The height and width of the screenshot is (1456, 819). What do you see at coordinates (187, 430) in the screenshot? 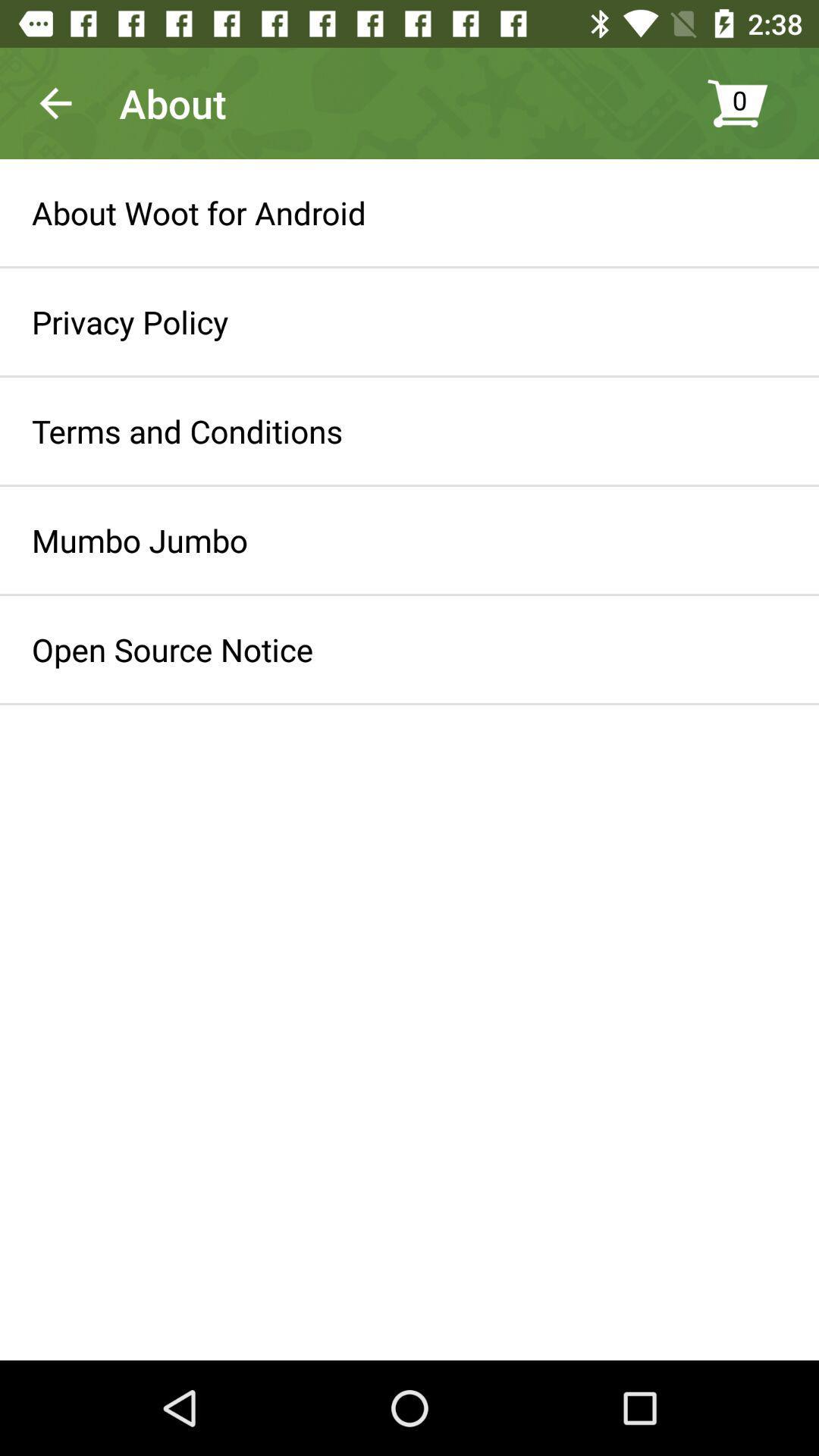
I see `icon above the mumbo jumbo icon` at bounding box center [187, 430].